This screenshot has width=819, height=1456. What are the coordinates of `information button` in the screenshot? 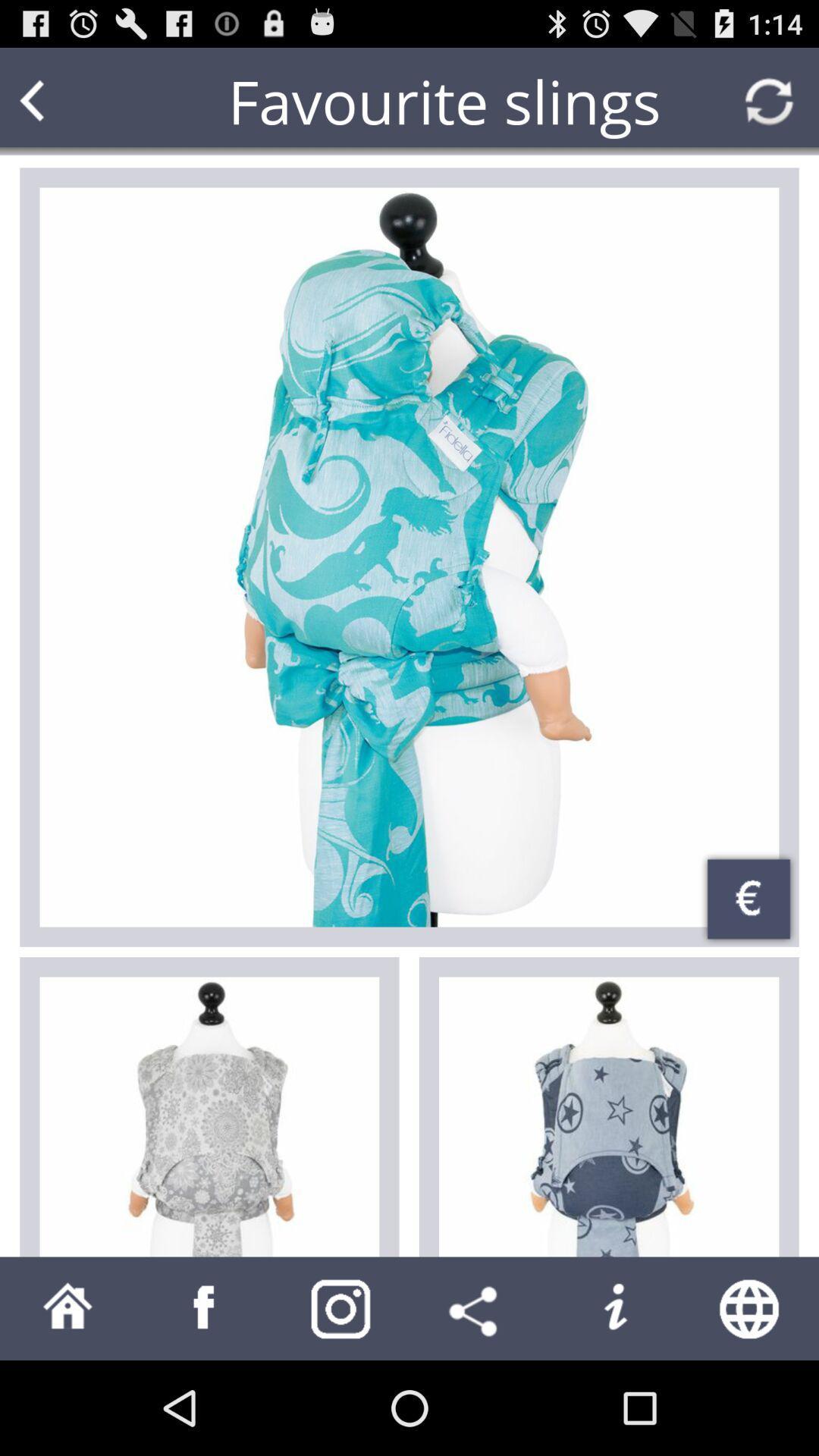 It's located at (614, 1307).